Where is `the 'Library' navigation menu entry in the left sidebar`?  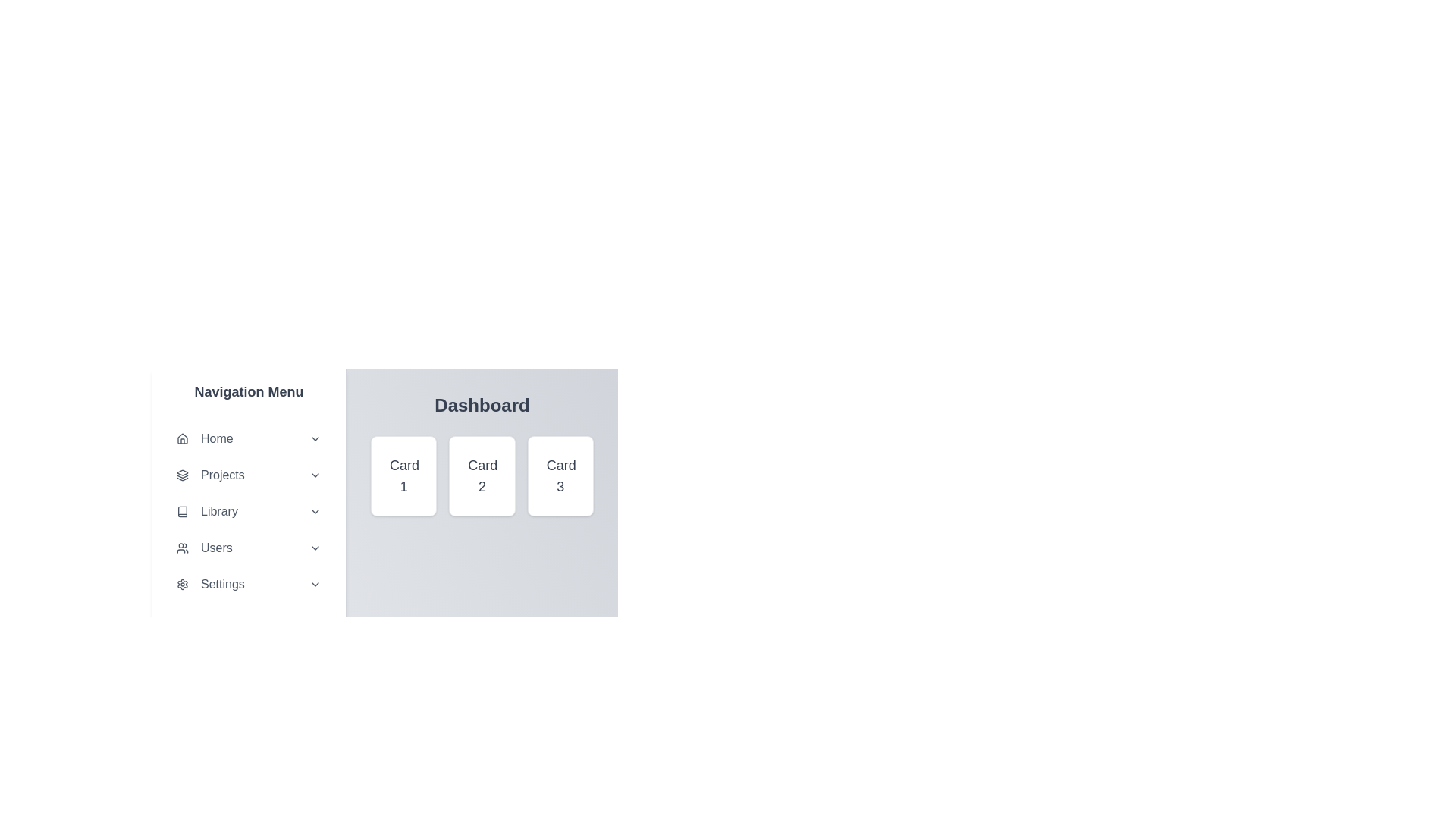 the 'Library' navigation menu entry in the left sidebar is located at coordinates (249, 512).